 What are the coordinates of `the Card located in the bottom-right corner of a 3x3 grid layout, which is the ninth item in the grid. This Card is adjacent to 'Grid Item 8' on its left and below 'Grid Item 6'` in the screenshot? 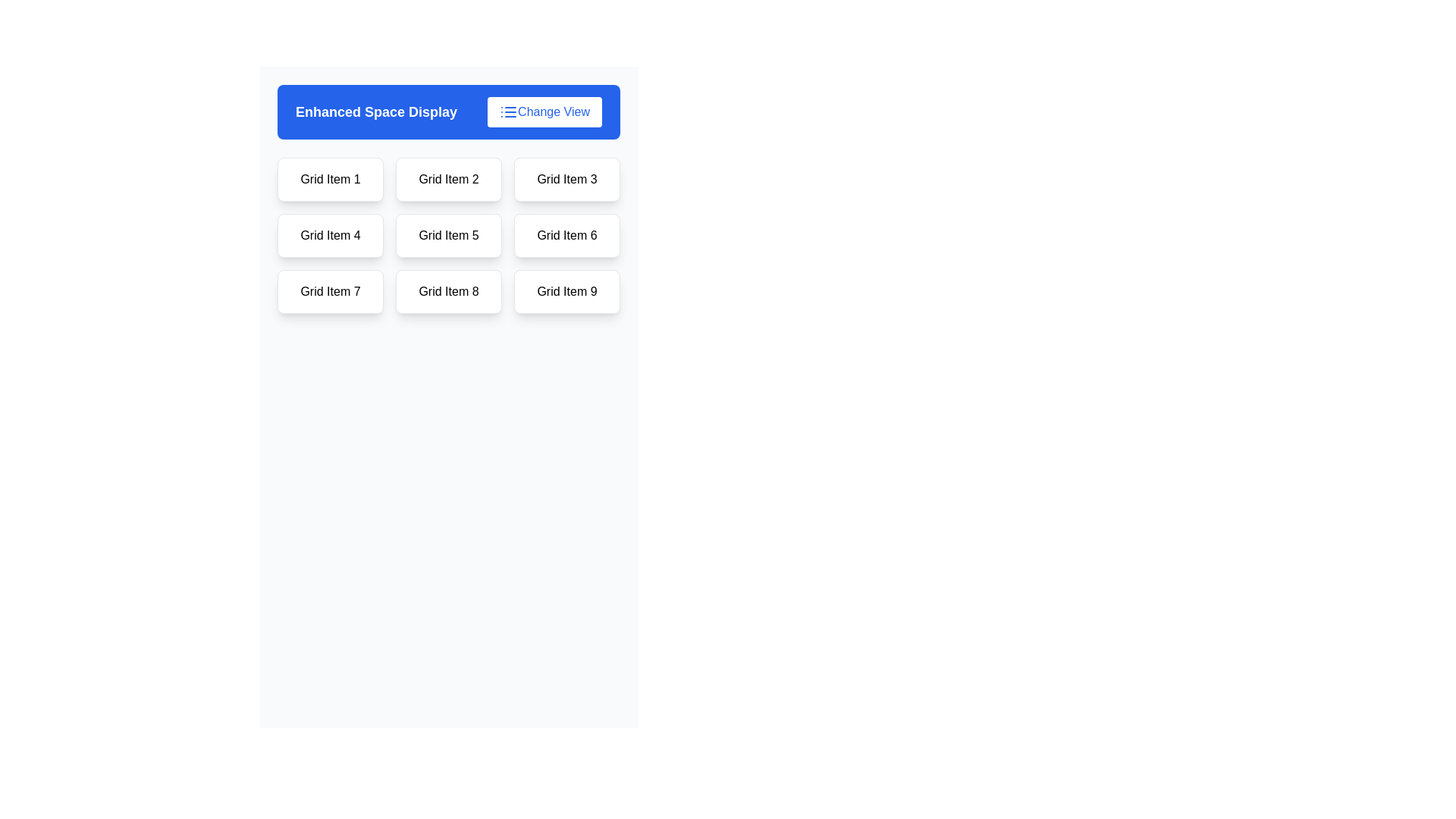 It's located at (566, 292).